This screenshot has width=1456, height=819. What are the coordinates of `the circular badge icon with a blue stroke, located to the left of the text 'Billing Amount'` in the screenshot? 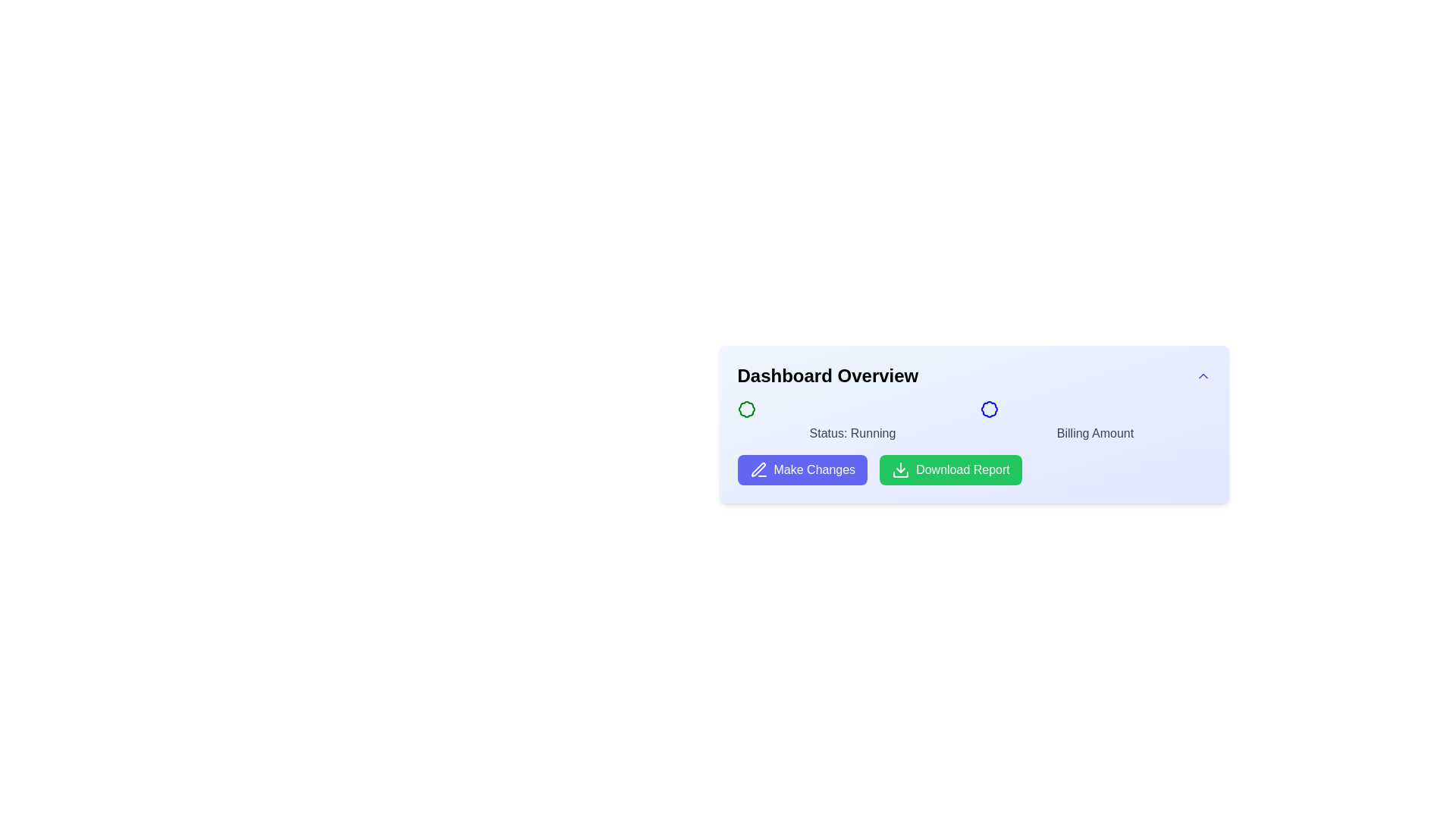 It's located at (989, 409).